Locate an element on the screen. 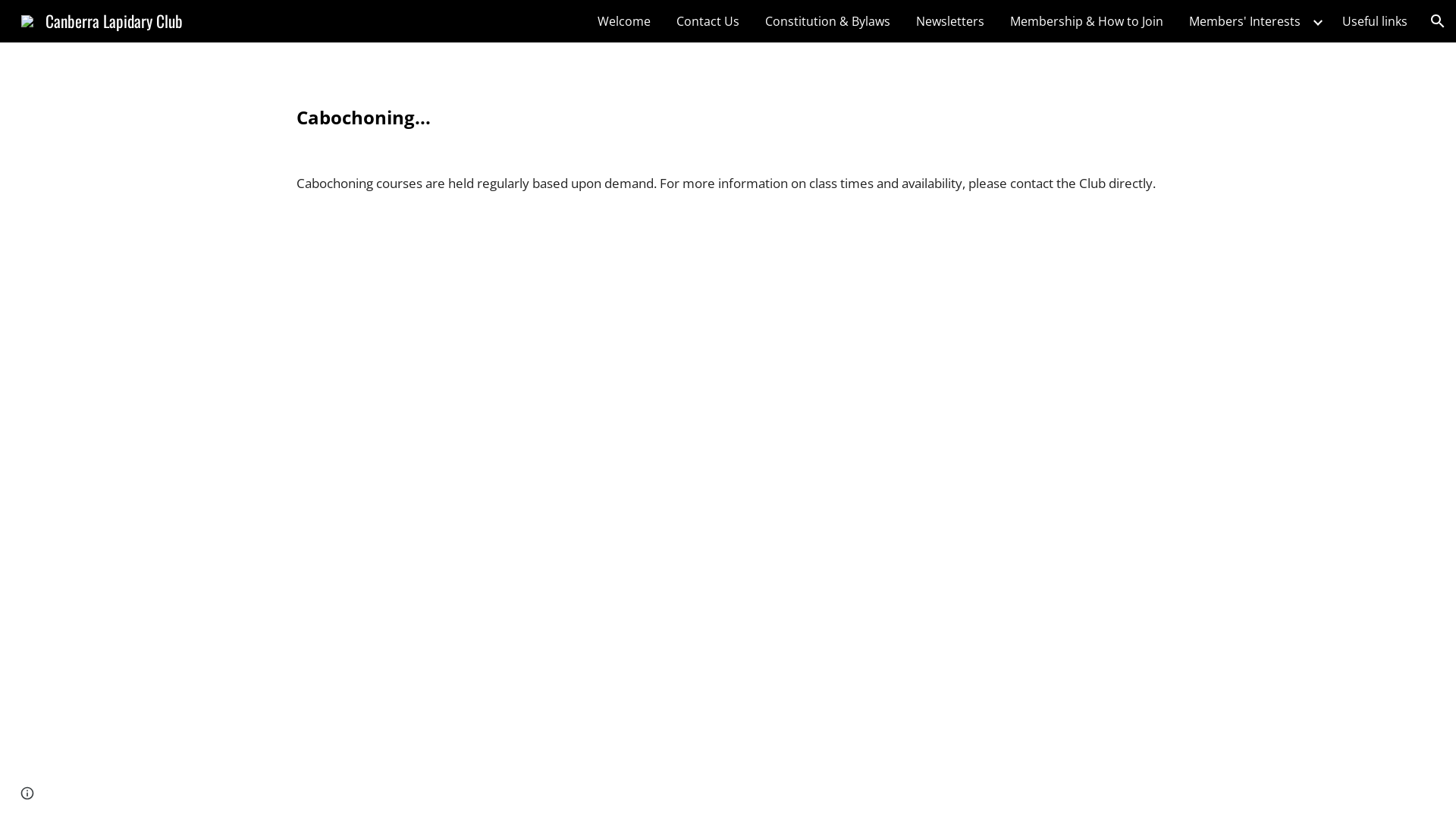 The width and height of the screenshot is (1456, 819). 'Contact Us' is located at coordinates (707, 20).